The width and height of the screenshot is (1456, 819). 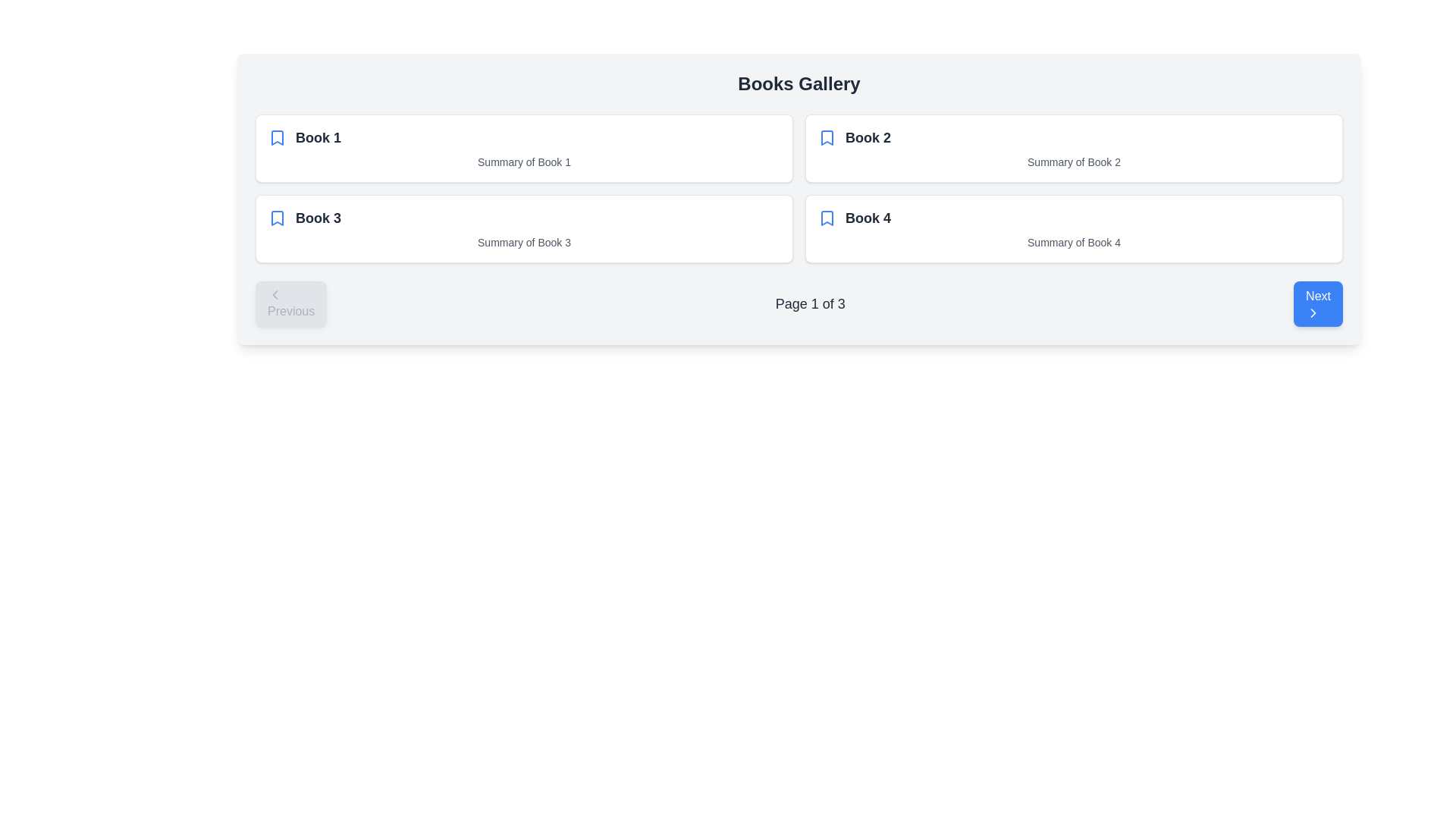 I want to click on the Text label that provides a brief indication of the book's content located in the lower section of the 'Book 3' card in the second row, first column of the books gallery, so click(x=524, y=242).